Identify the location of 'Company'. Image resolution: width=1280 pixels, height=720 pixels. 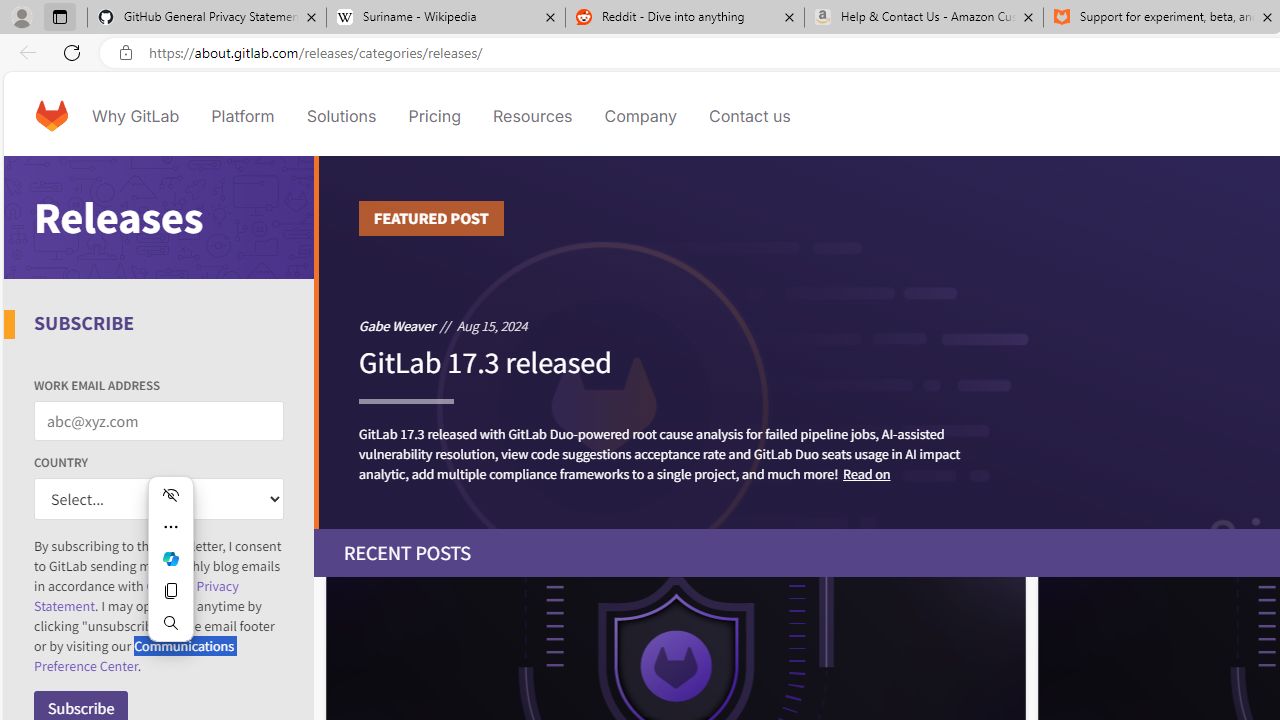
(640, 115).